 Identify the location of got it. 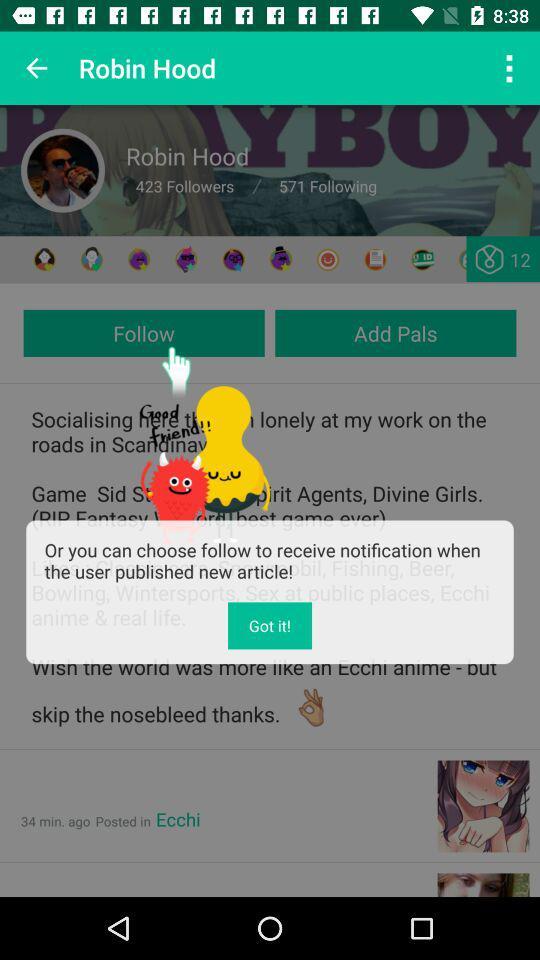
(270, 624).